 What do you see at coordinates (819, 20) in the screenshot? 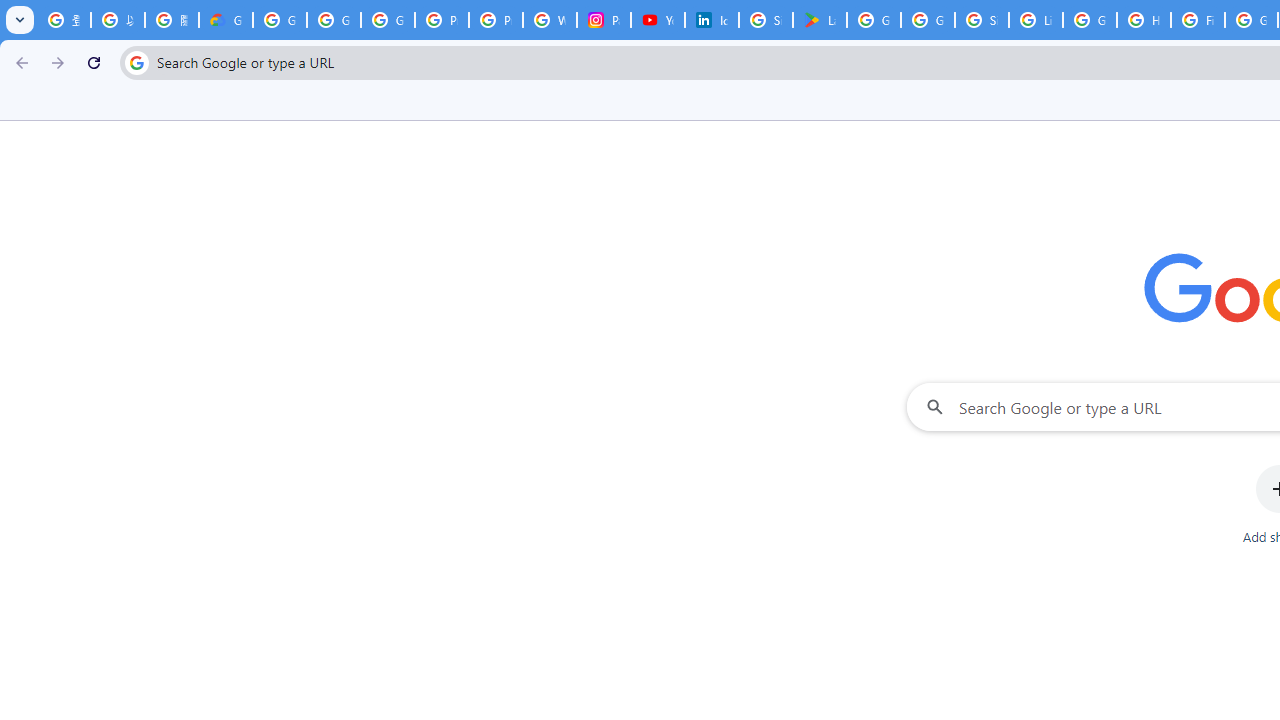
I see `'Last Shelter: Survival - Apps on Google Play'` at bounding box center [819, 20].